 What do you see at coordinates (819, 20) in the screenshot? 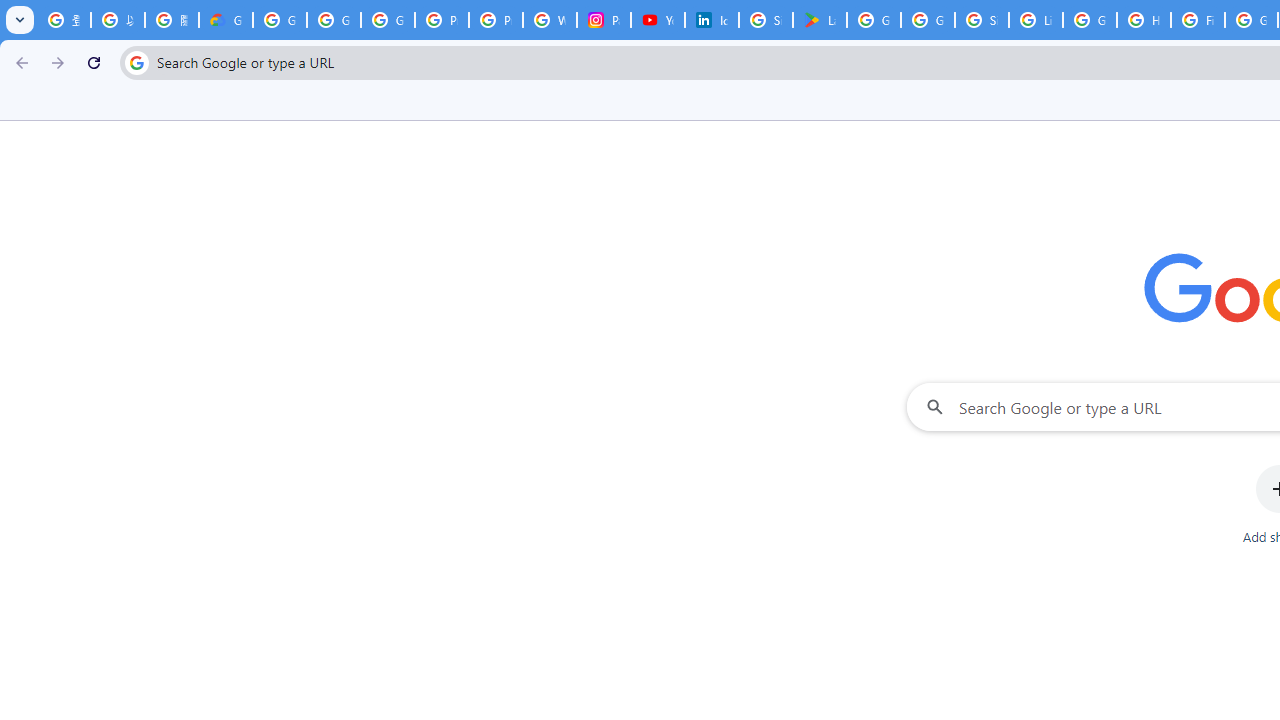
I see `'Last Shelter: Survival - Apps on Google Play'` at bounding box center [819, 20].